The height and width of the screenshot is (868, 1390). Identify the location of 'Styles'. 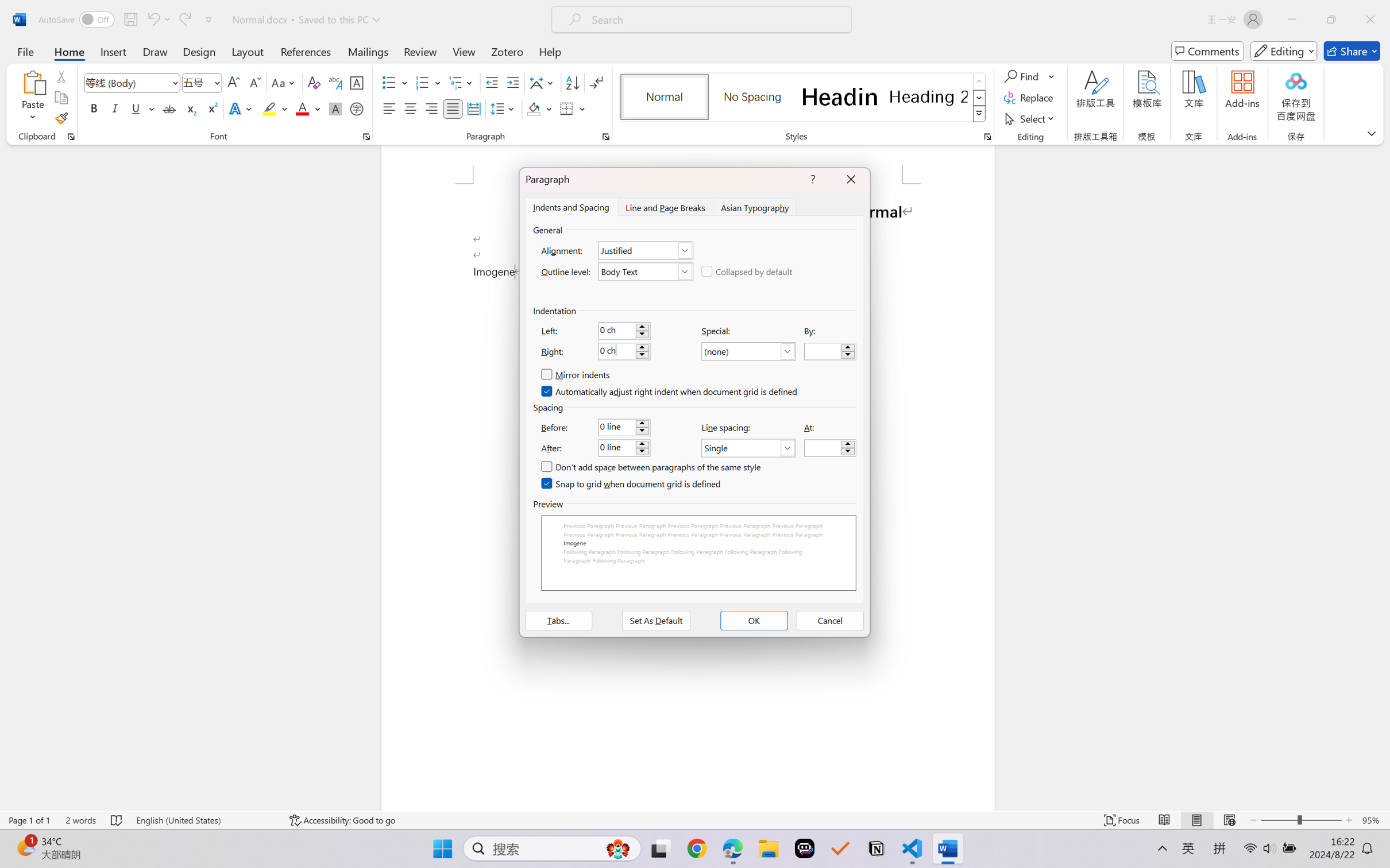
(978, 114).